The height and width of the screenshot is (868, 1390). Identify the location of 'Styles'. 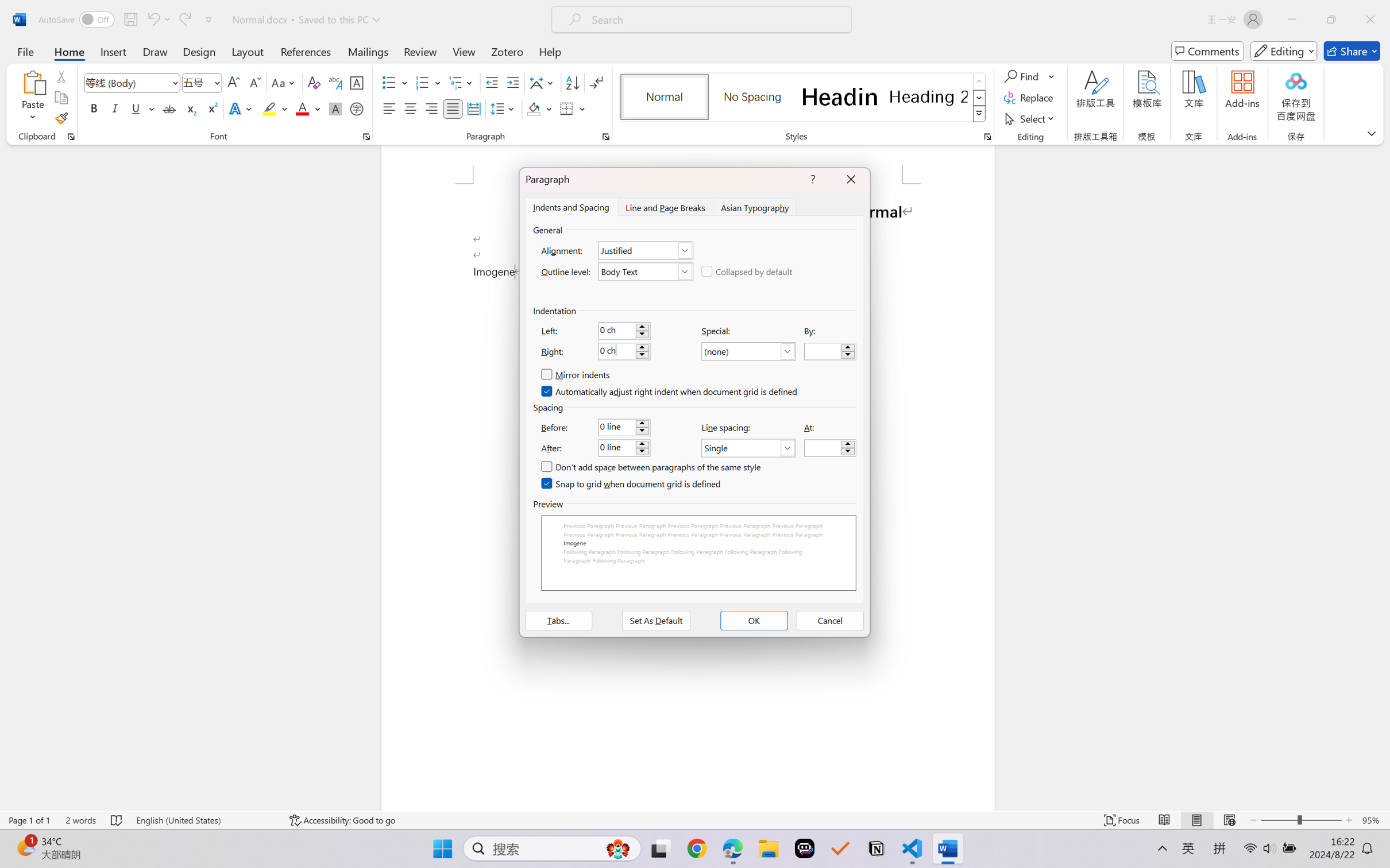
(978, 114).